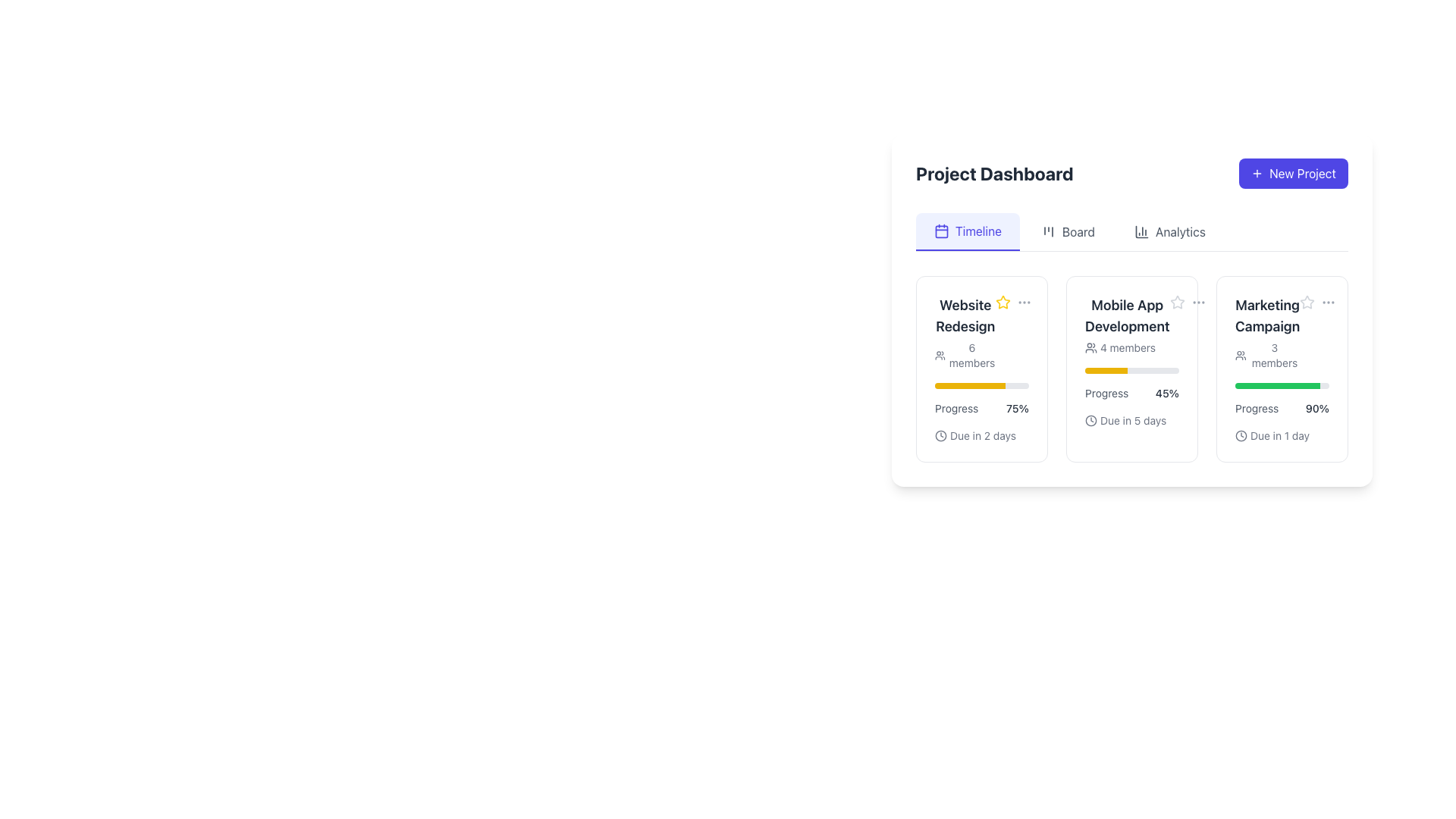  I want to click on the time icon that is the first component of the 'Due in 2 days' label on the 'Website Redesign' project card in the dashboard, so click(940, 435).